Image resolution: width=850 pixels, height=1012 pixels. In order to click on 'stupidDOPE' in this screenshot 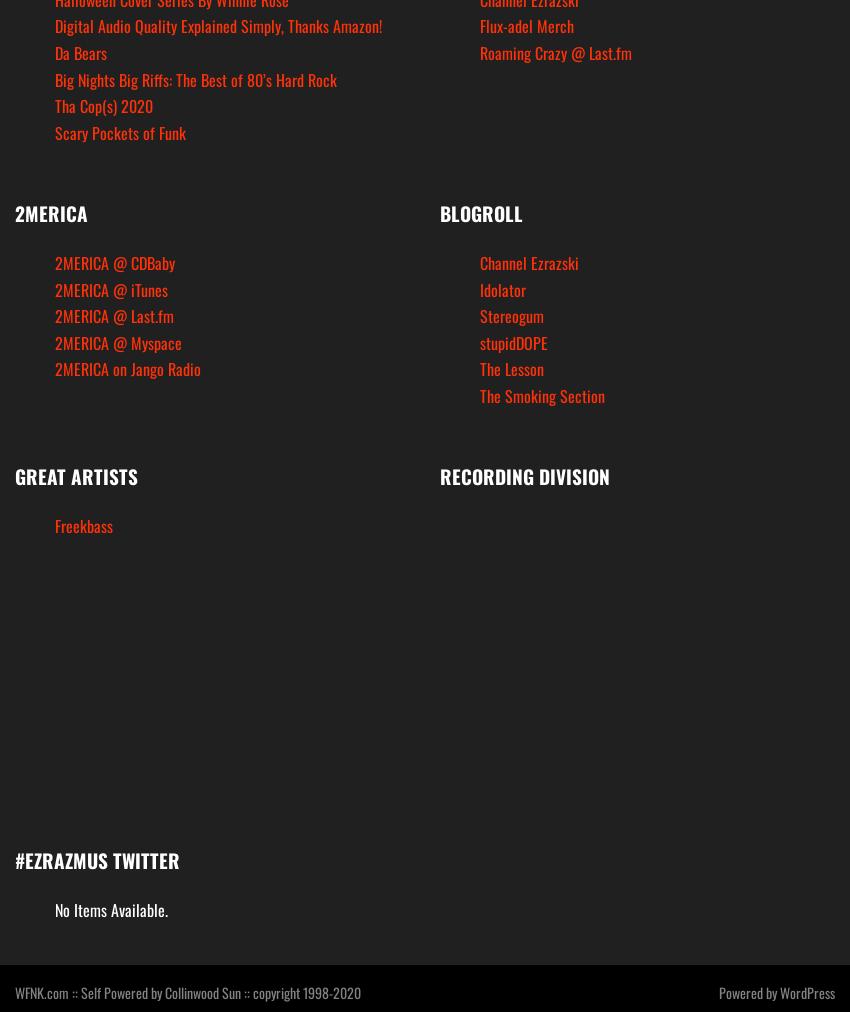, I will do `click(512, 340)`.